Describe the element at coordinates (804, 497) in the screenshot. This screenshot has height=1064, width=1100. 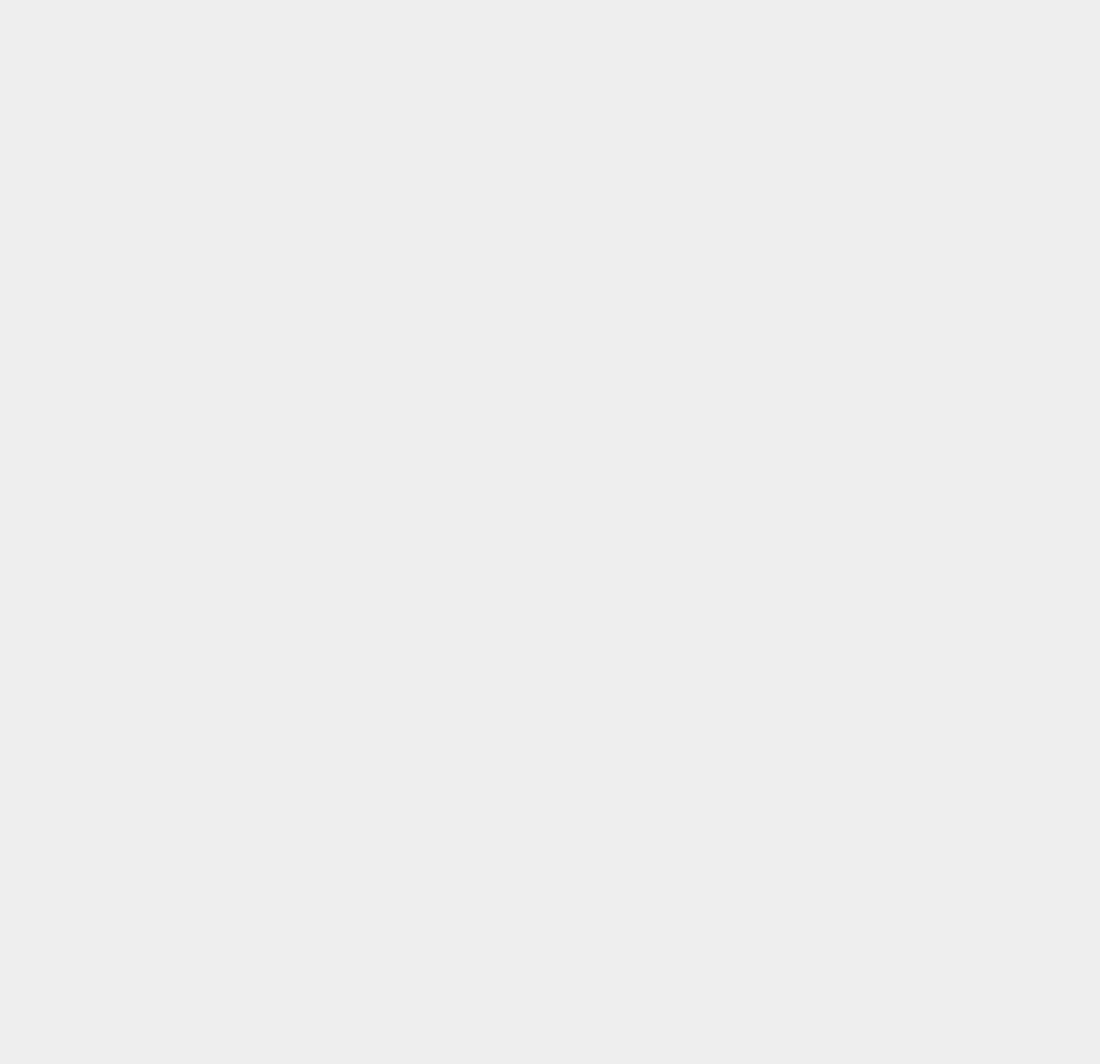
I see `'iPhone 6'` at that location.